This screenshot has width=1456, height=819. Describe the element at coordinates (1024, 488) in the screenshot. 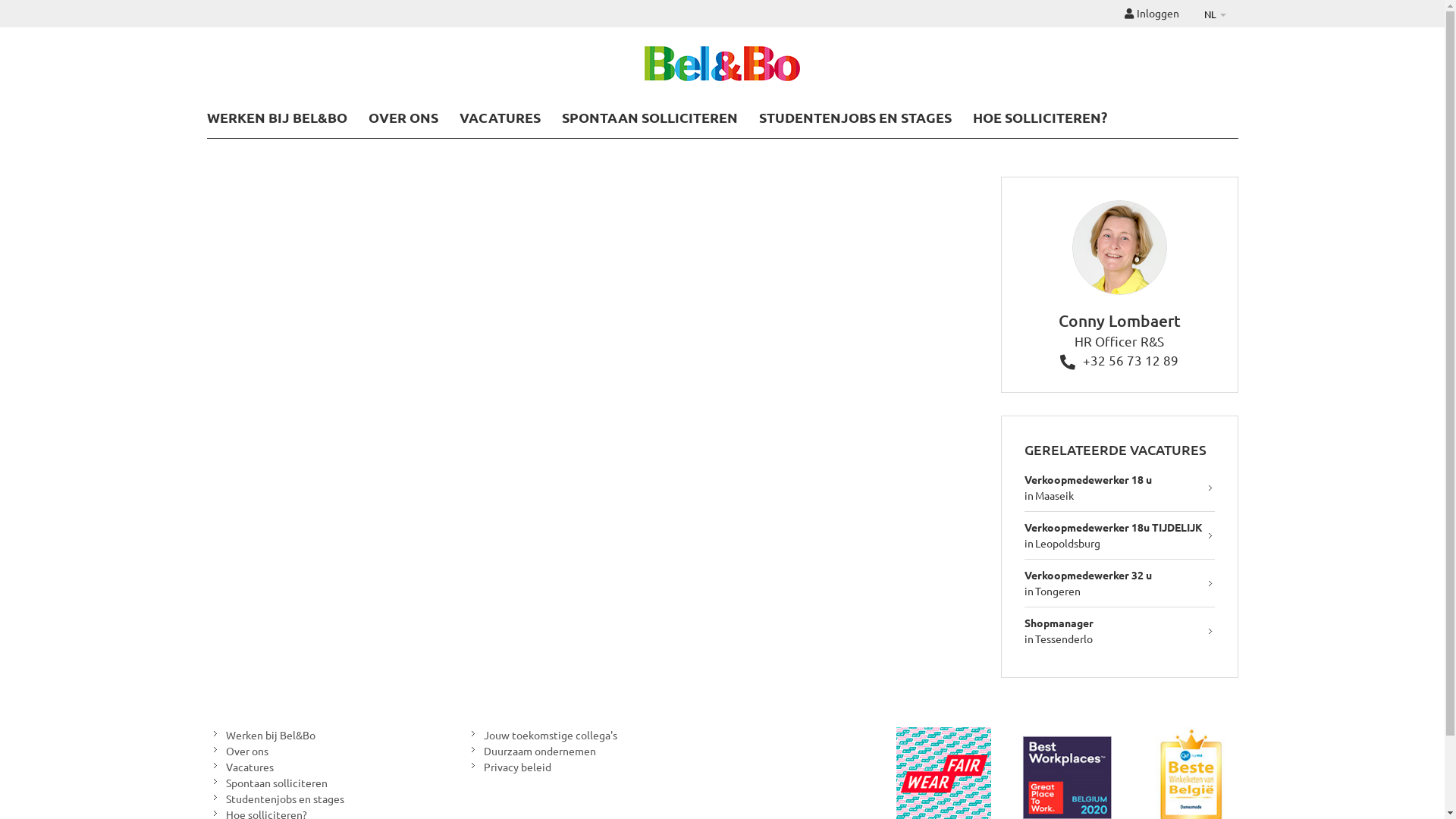

I see `'Verkoopmedewerker 18 u` at that location.